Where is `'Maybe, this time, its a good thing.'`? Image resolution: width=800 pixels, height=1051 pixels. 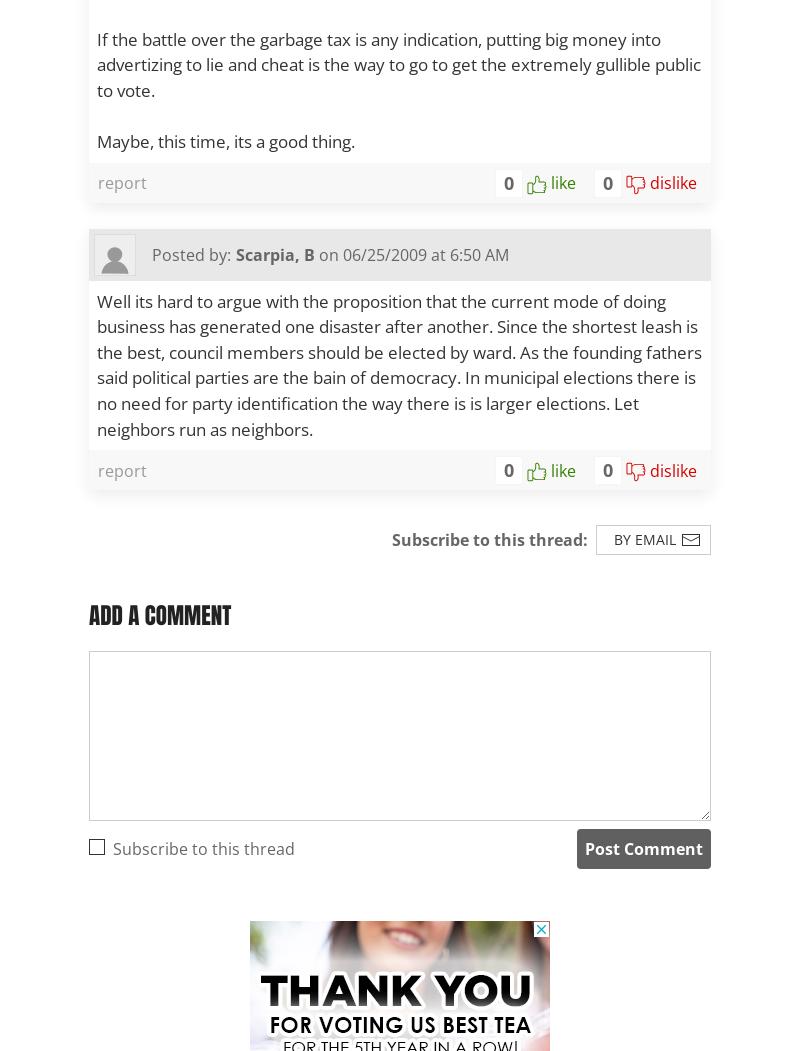 'Maybe, this time, its a good thing.' is located at coordinates (225, 140).